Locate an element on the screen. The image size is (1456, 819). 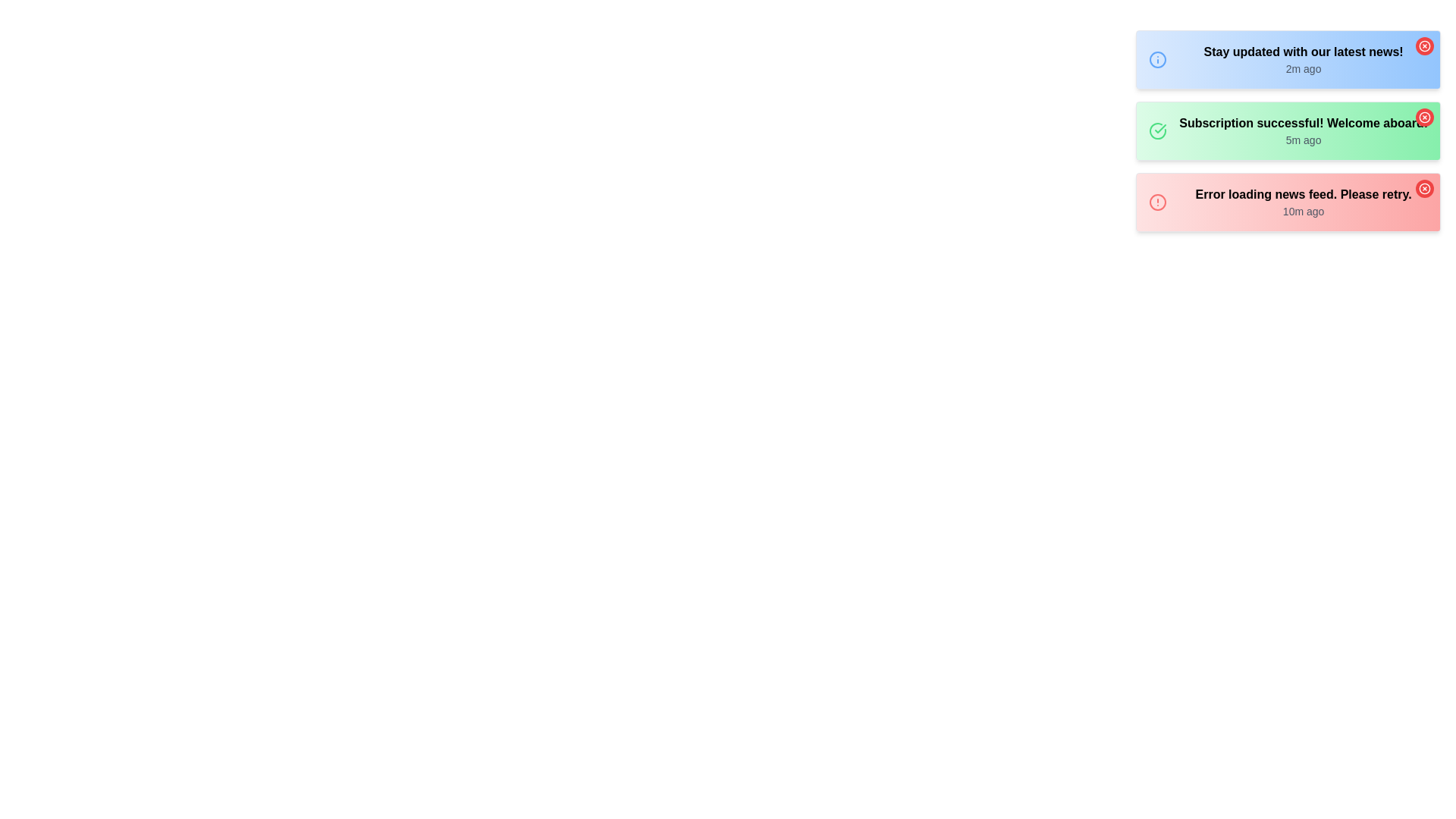
the circular red close button with an 'X' icon located at the top-right corner of the notification card is located at coordinates (1423, 116).